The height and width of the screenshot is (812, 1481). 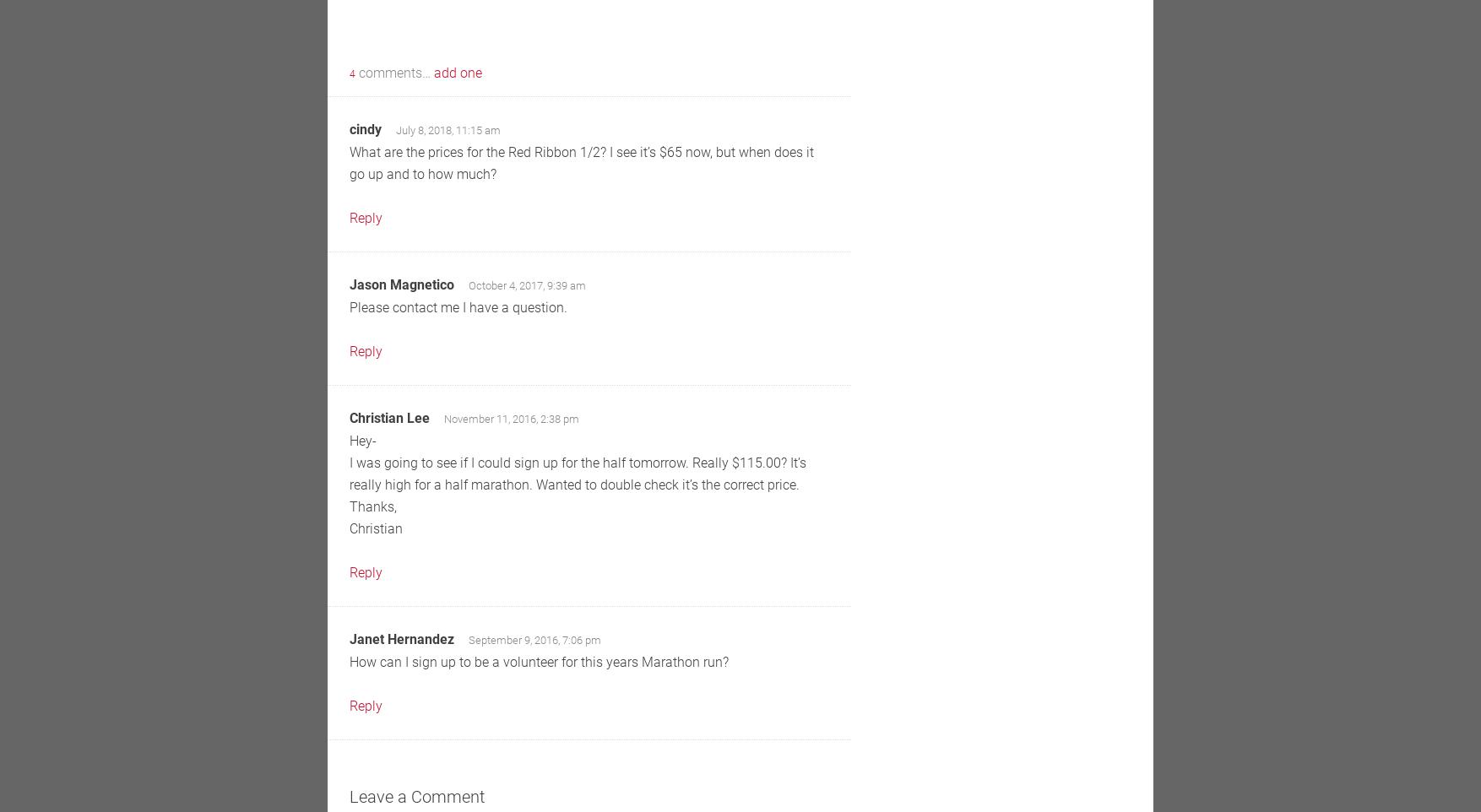 I want to click on '4', so click(x=352, y=74).